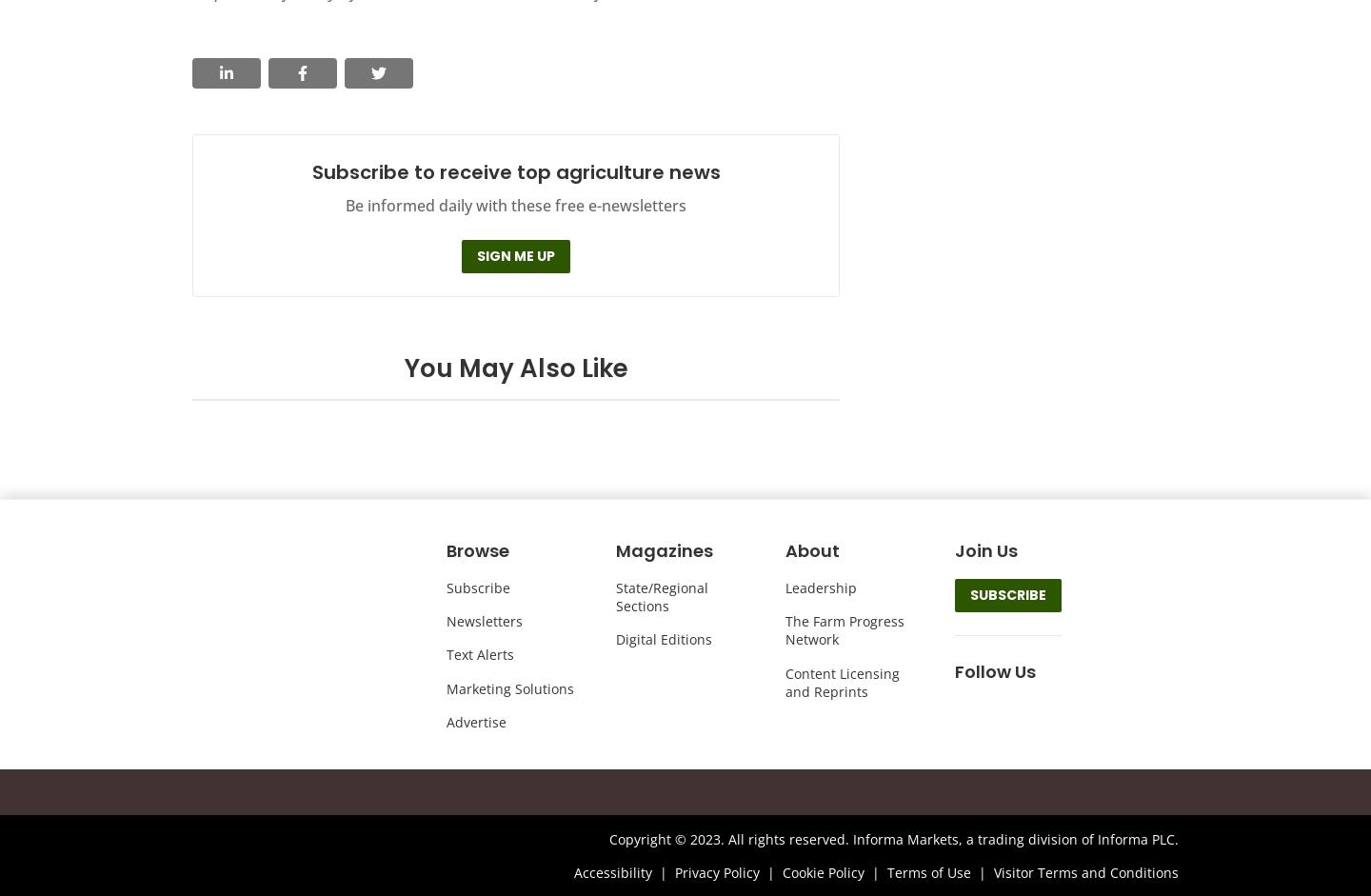  What do you see at coordinates (785, 548) in the screenshot?
I see `'About'` at bounding box center [785, 548].